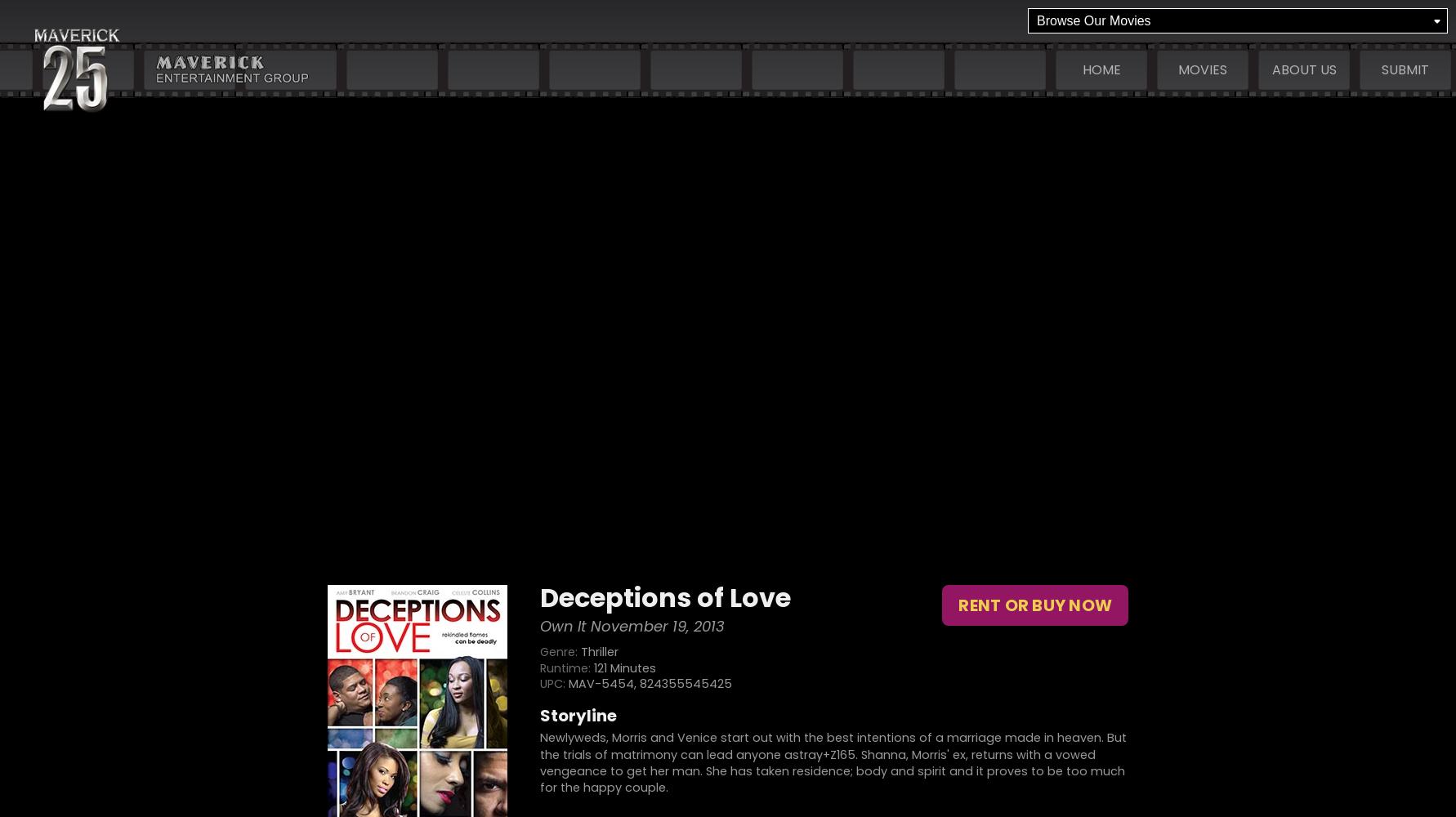 The image size is (1456, 817). Describe the element at coordinates (564, 667) in the screenshot. I see `'Runtime:'` at that location.